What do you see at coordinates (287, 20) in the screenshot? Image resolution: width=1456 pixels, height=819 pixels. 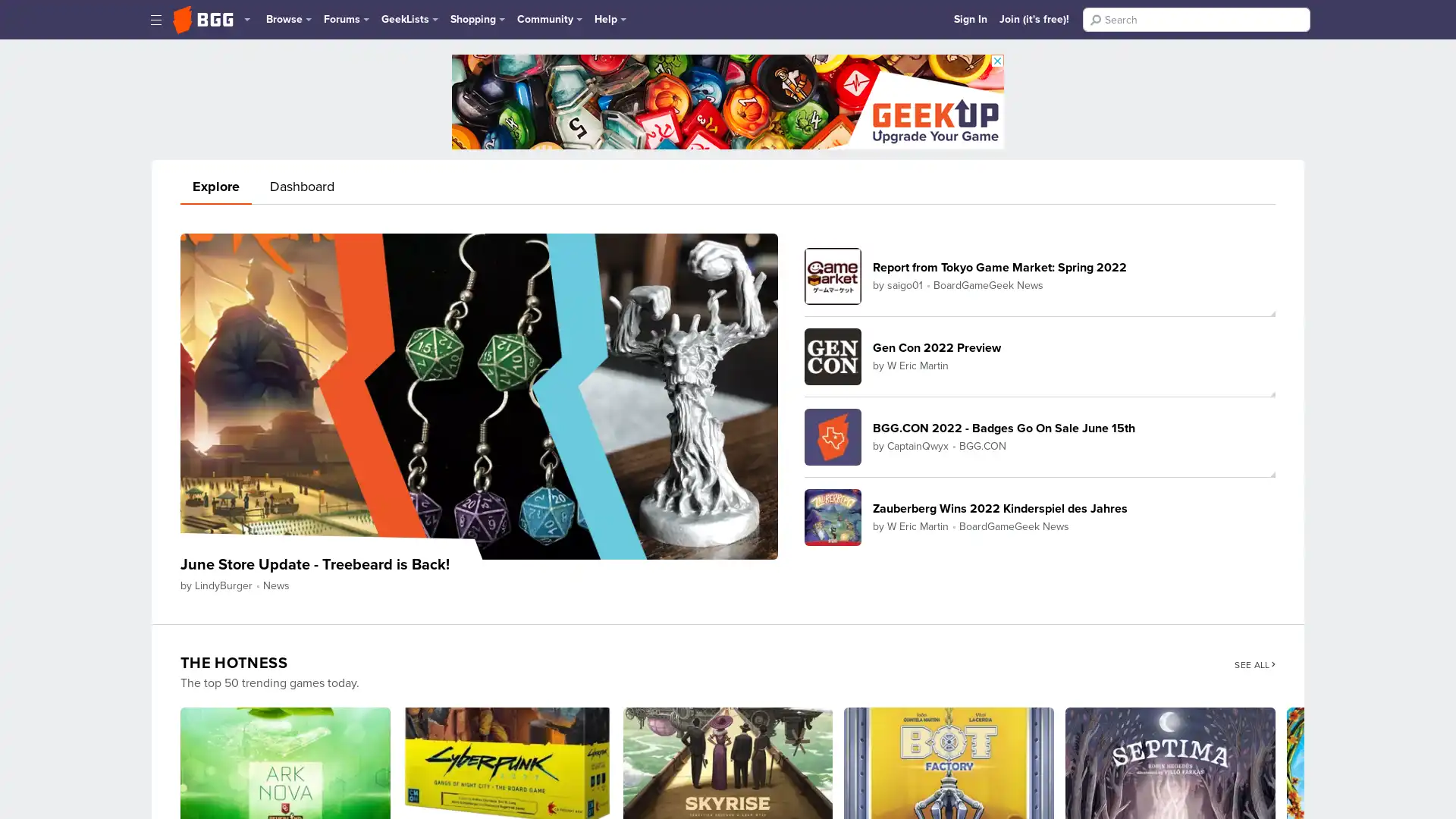 I see `Browse` at bounding box center [287, 20].